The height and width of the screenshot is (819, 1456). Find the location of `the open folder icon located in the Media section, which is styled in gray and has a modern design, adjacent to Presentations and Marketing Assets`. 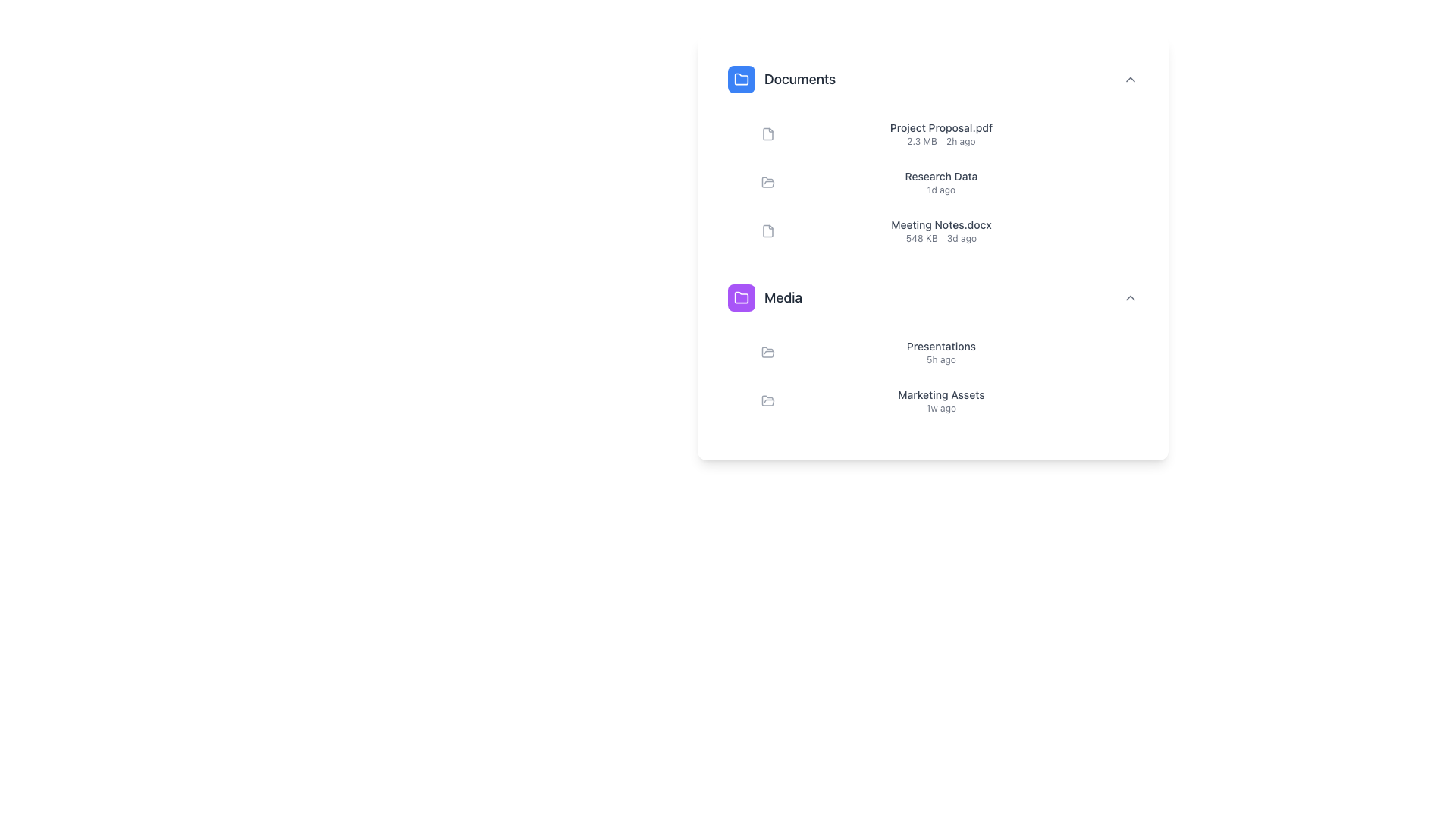

the open folder icon located in the Media section, which is styled in gray and has a modern design, adjacent to Presentations and Marketing Assets is located at coordinates (767, 400).